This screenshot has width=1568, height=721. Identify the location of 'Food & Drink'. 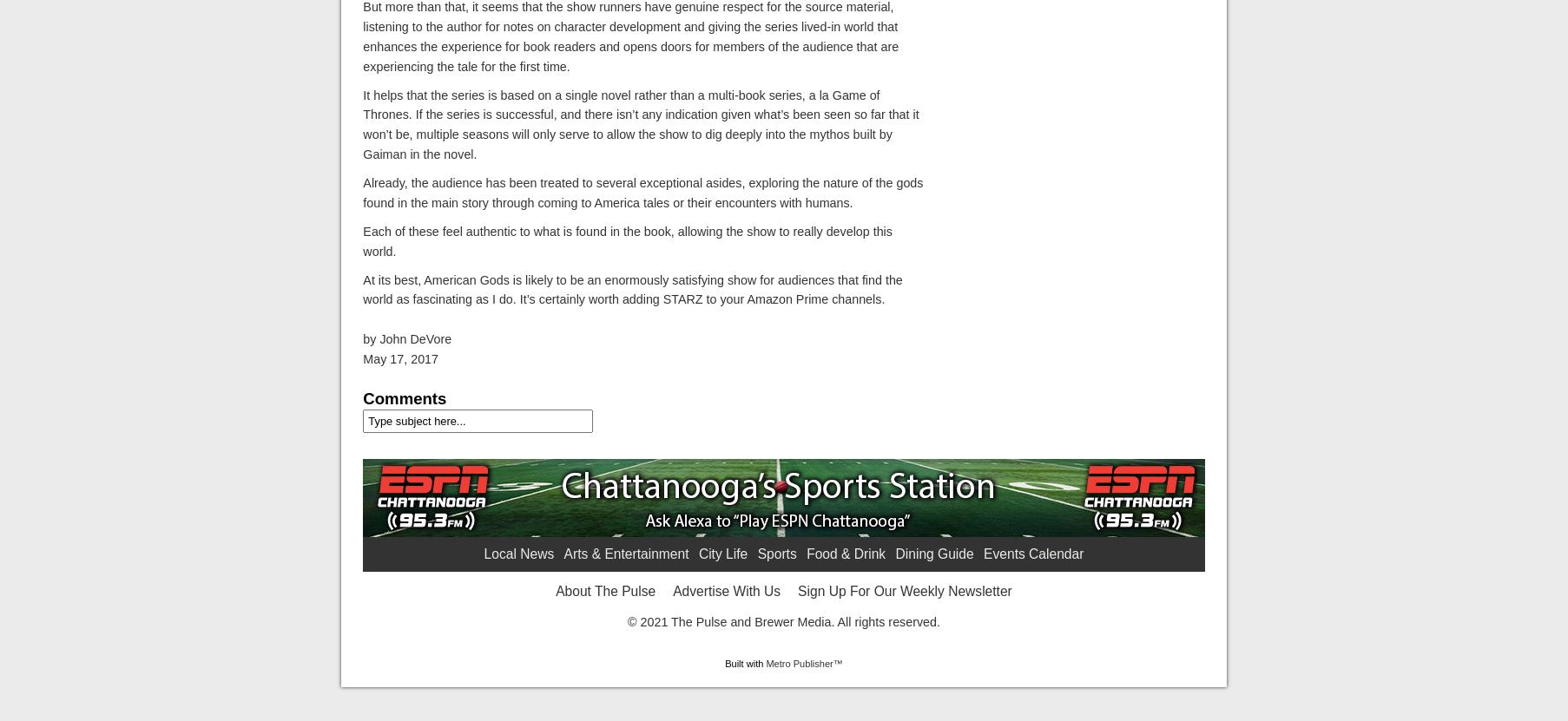
(846, 553).